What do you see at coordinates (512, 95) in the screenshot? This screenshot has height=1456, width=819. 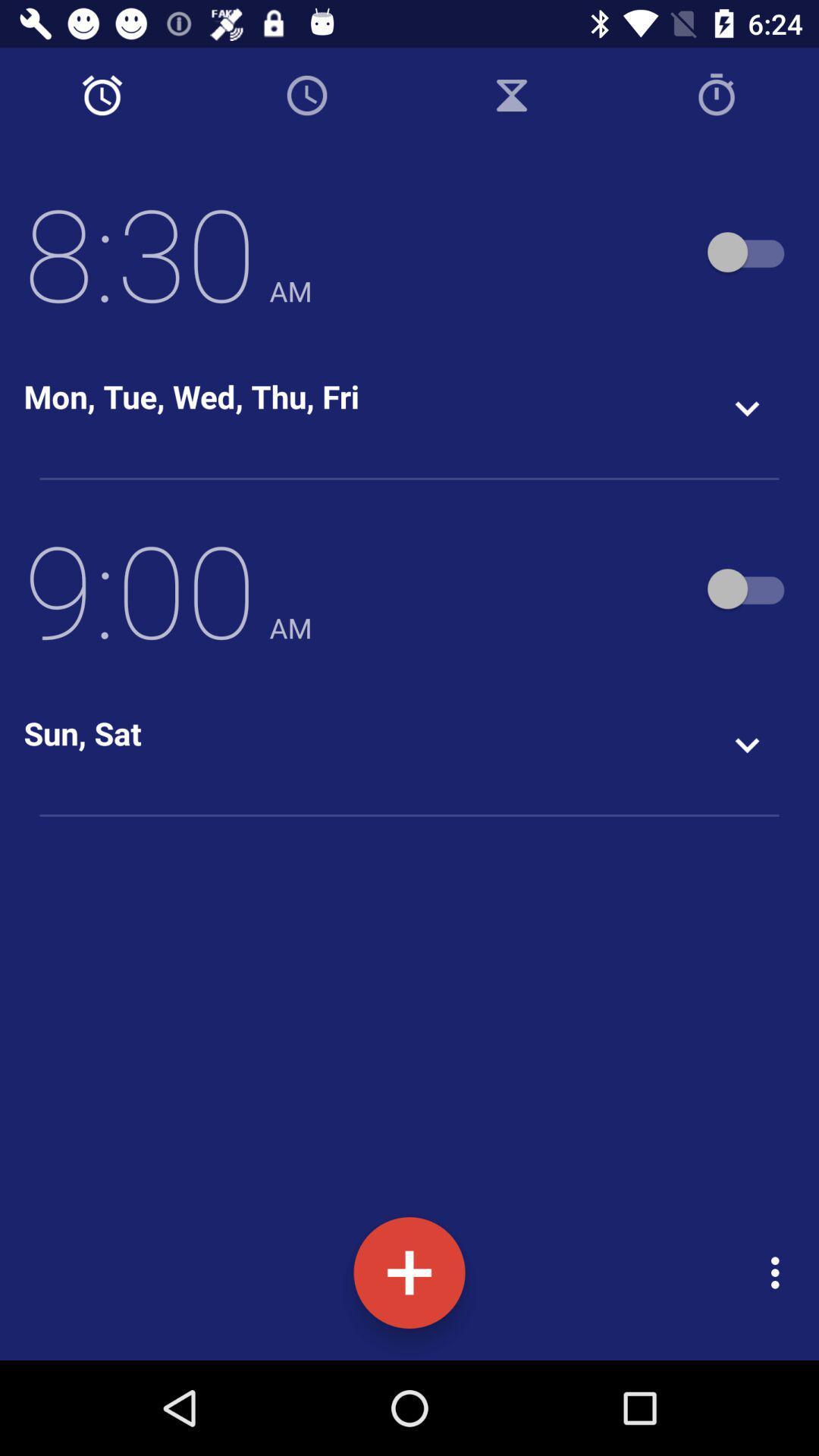 I see `the top third button of the page` at bounding box center [512, 95].